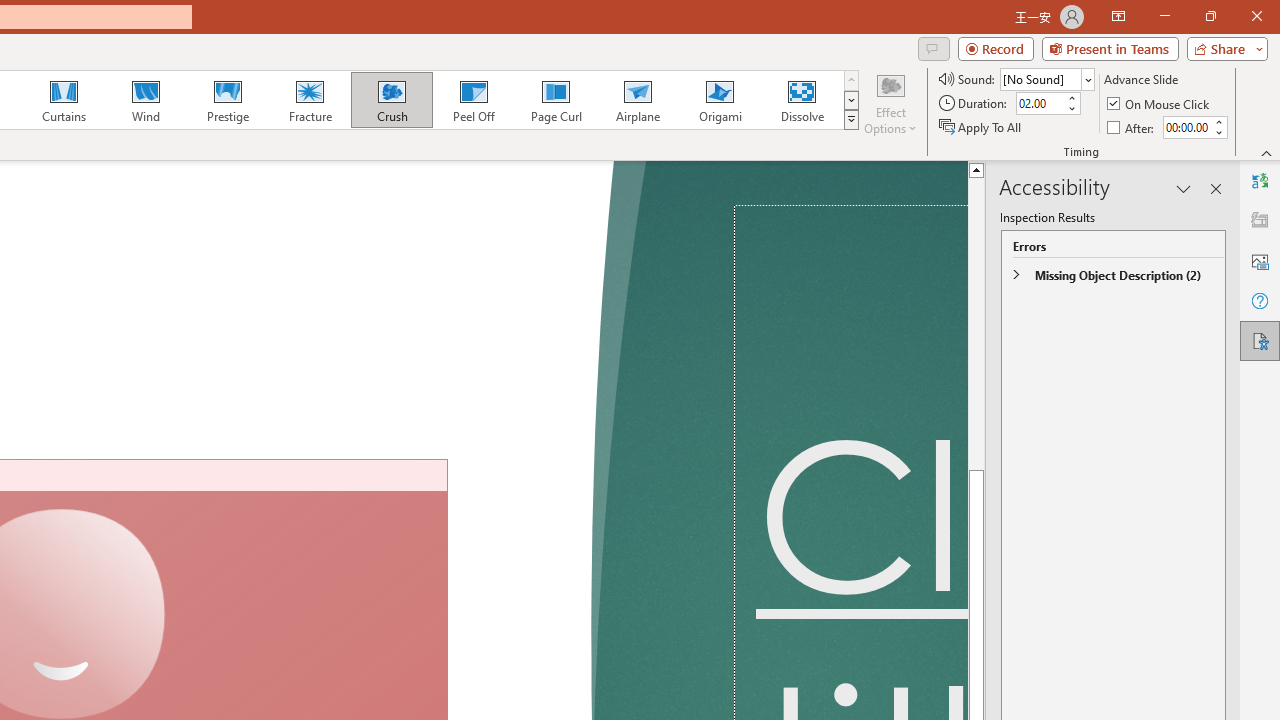 The image size is (1280, 720). I want to click on 'On Mouse Click', so click(1159, 103).